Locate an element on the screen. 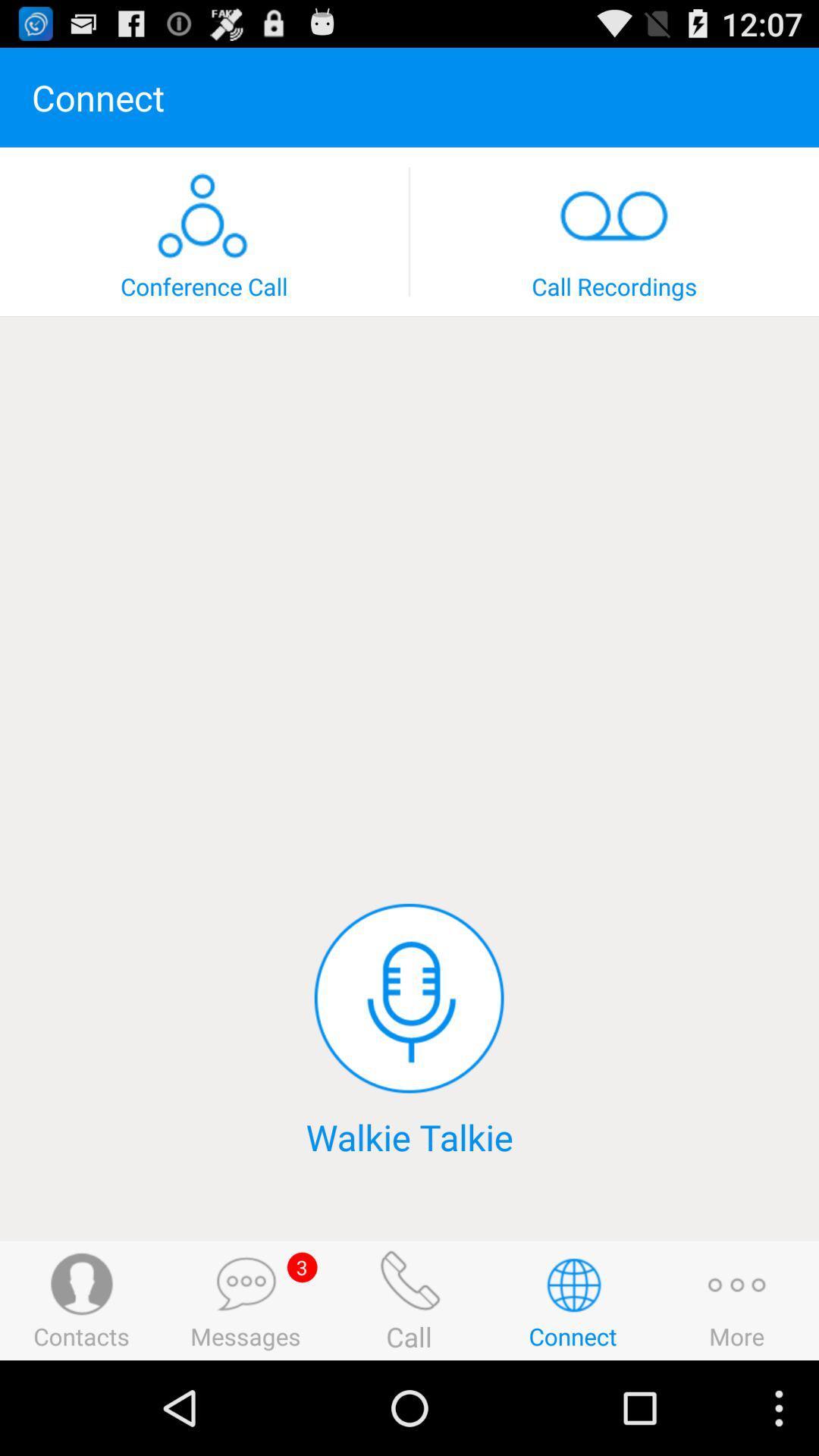 This screenshot has height=1456, width=819. item above walkie talkie icon is located at coordinates (408, 998).